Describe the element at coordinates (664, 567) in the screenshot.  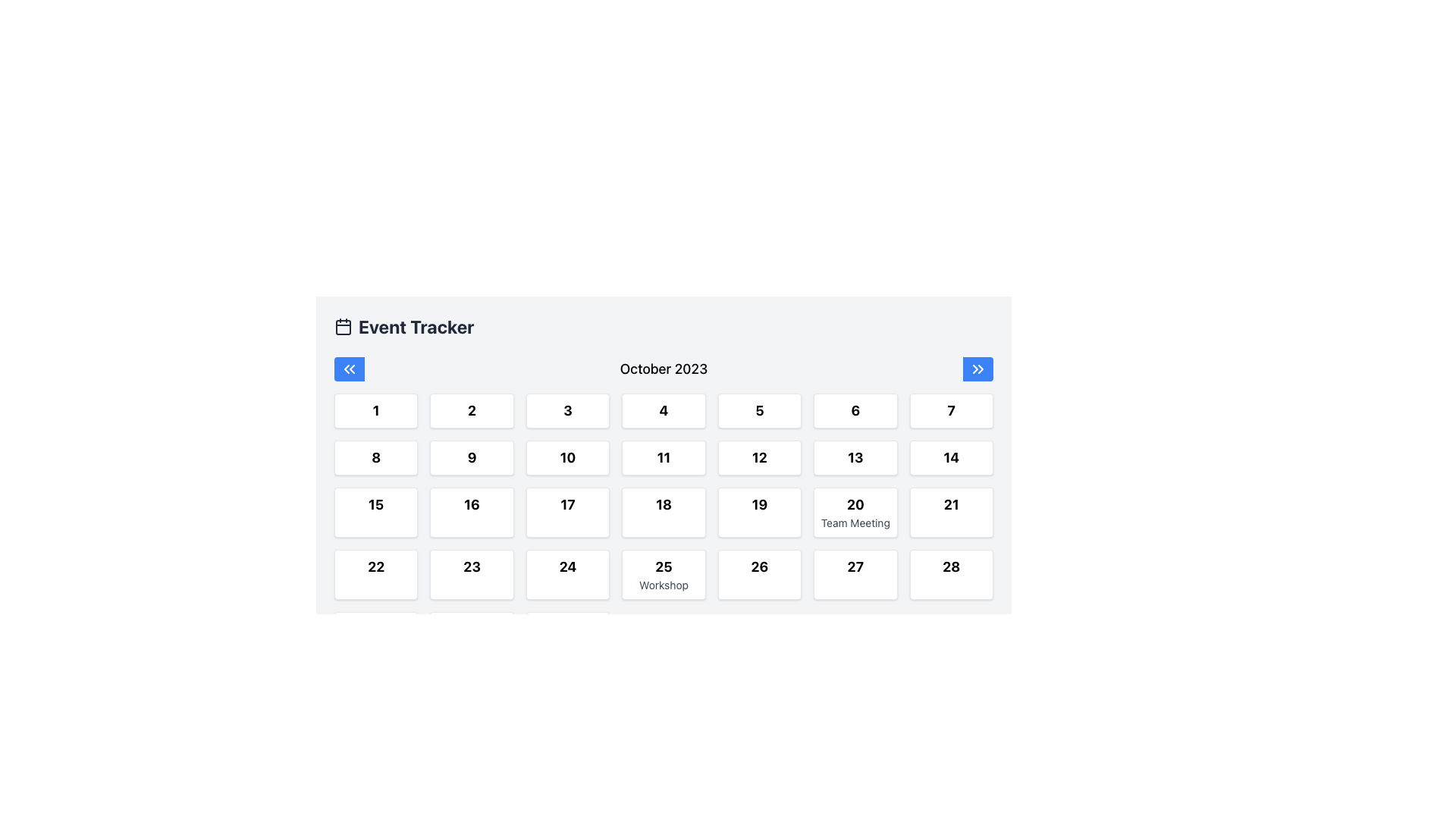
I see `the static text component displaying the number '25' within the calendar interface, which is the fifth box in the fourth row and has the 'Workshop' label underneath it` at that location.